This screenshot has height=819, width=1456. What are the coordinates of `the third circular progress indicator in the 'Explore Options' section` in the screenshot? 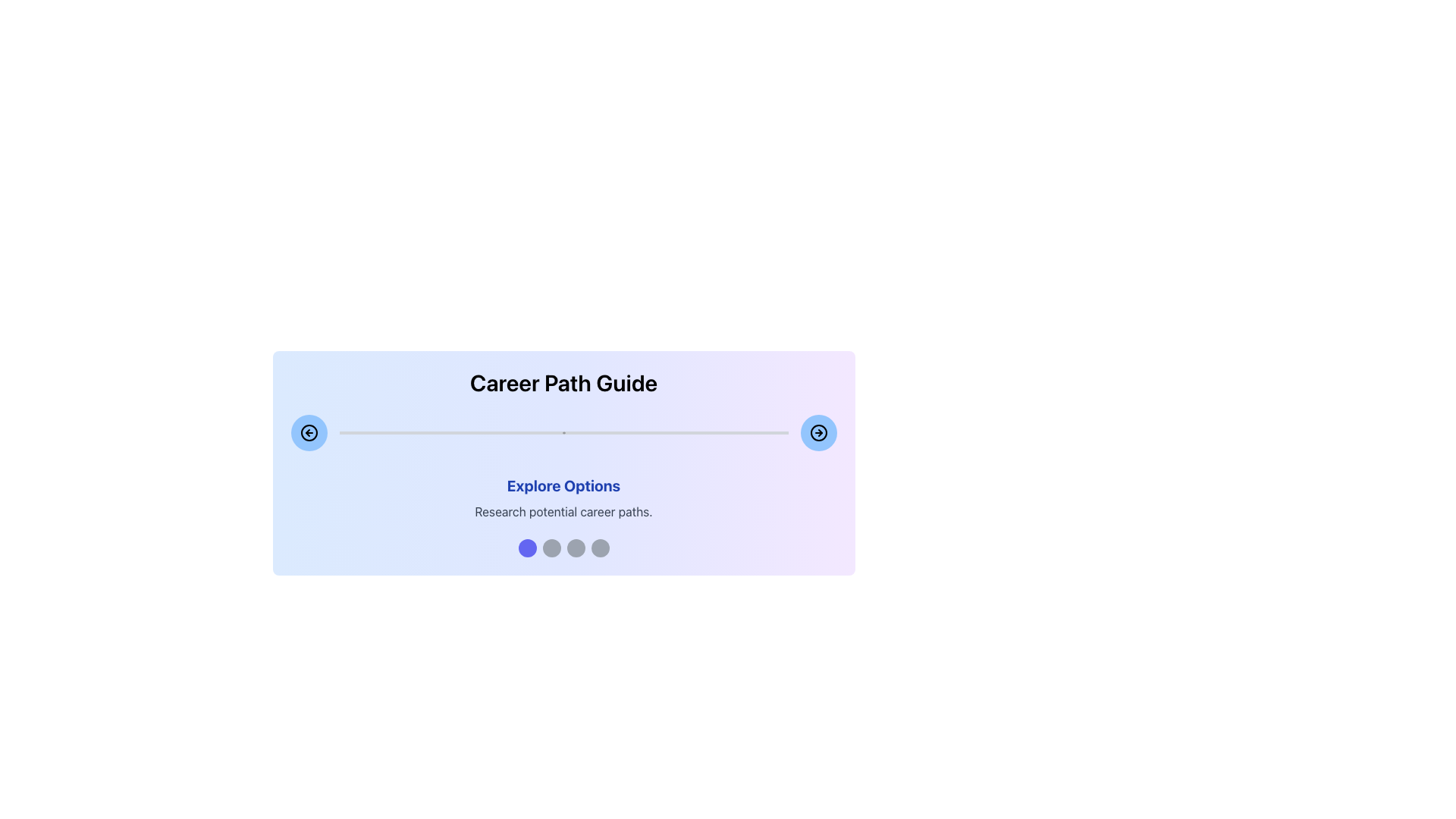 It's located at (575, 548).